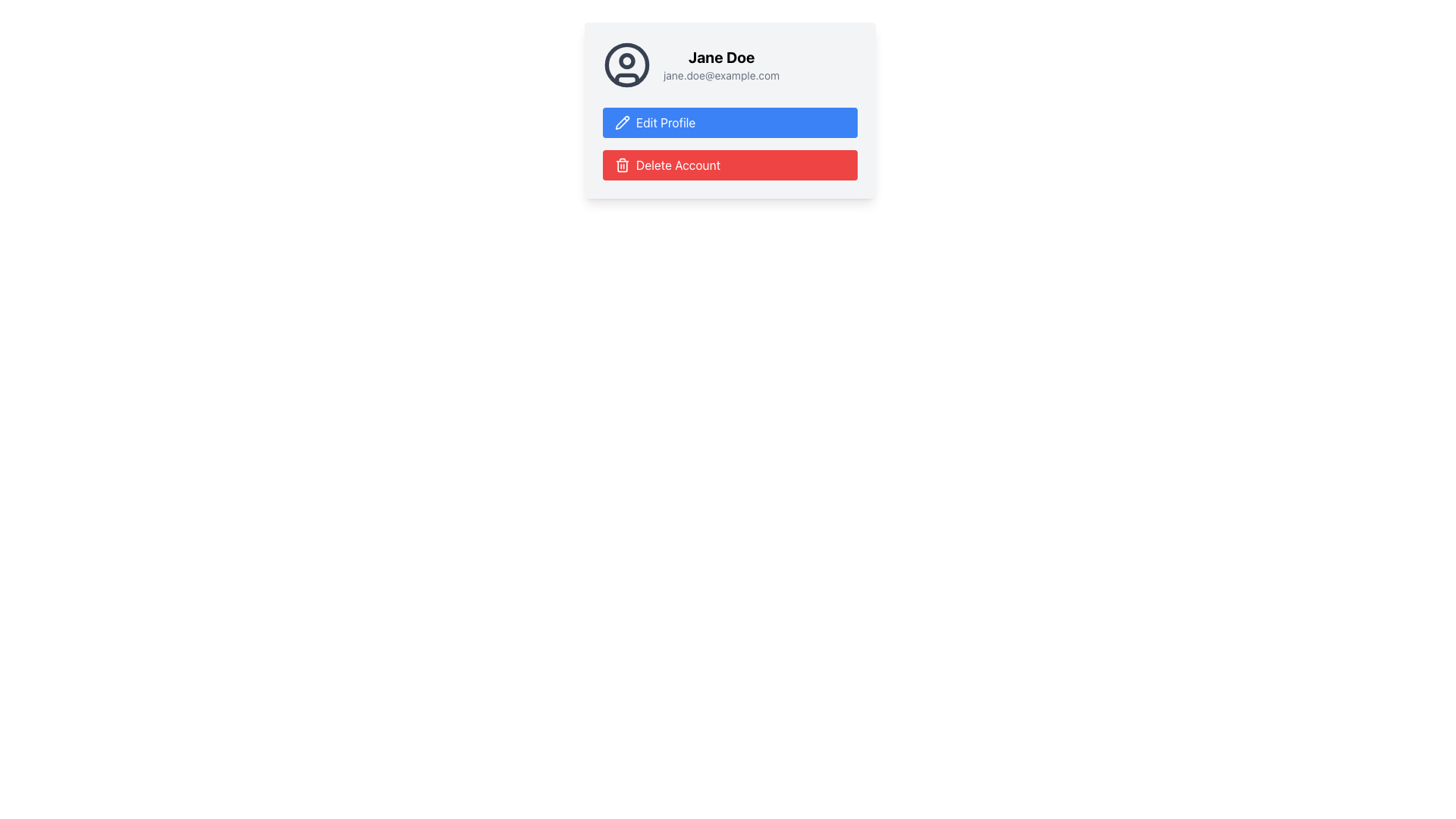  Describe the element at coordinates (730, 110) in the screenshot. I see `the profile edit button, which is the first button in a vertically aligned card layout, located above the 'Delete Account' button with a red background` at that location.